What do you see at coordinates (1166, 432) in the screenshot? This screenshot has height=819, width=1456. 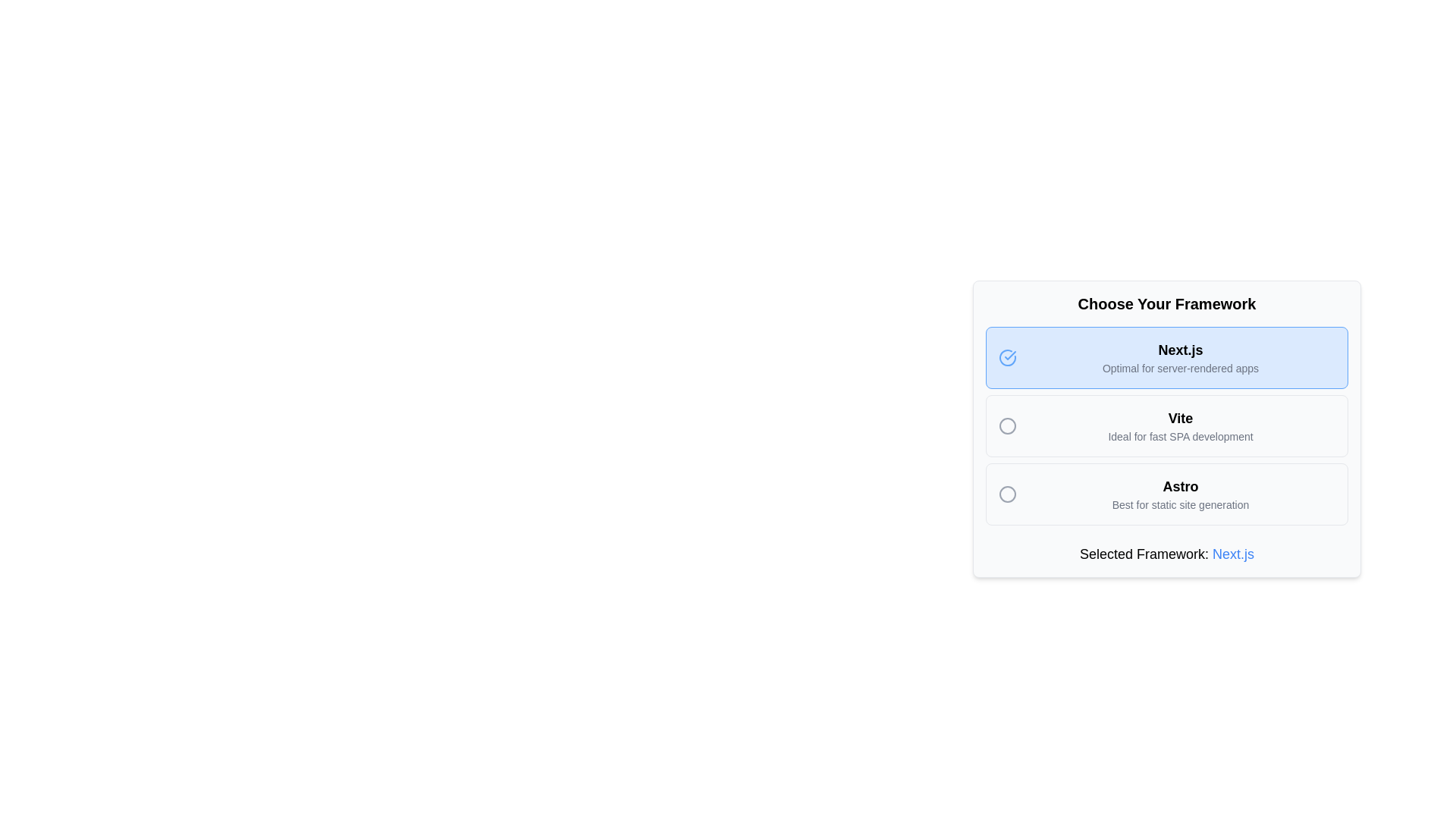 I see `the radio button` at bounding box center [1166, 432].